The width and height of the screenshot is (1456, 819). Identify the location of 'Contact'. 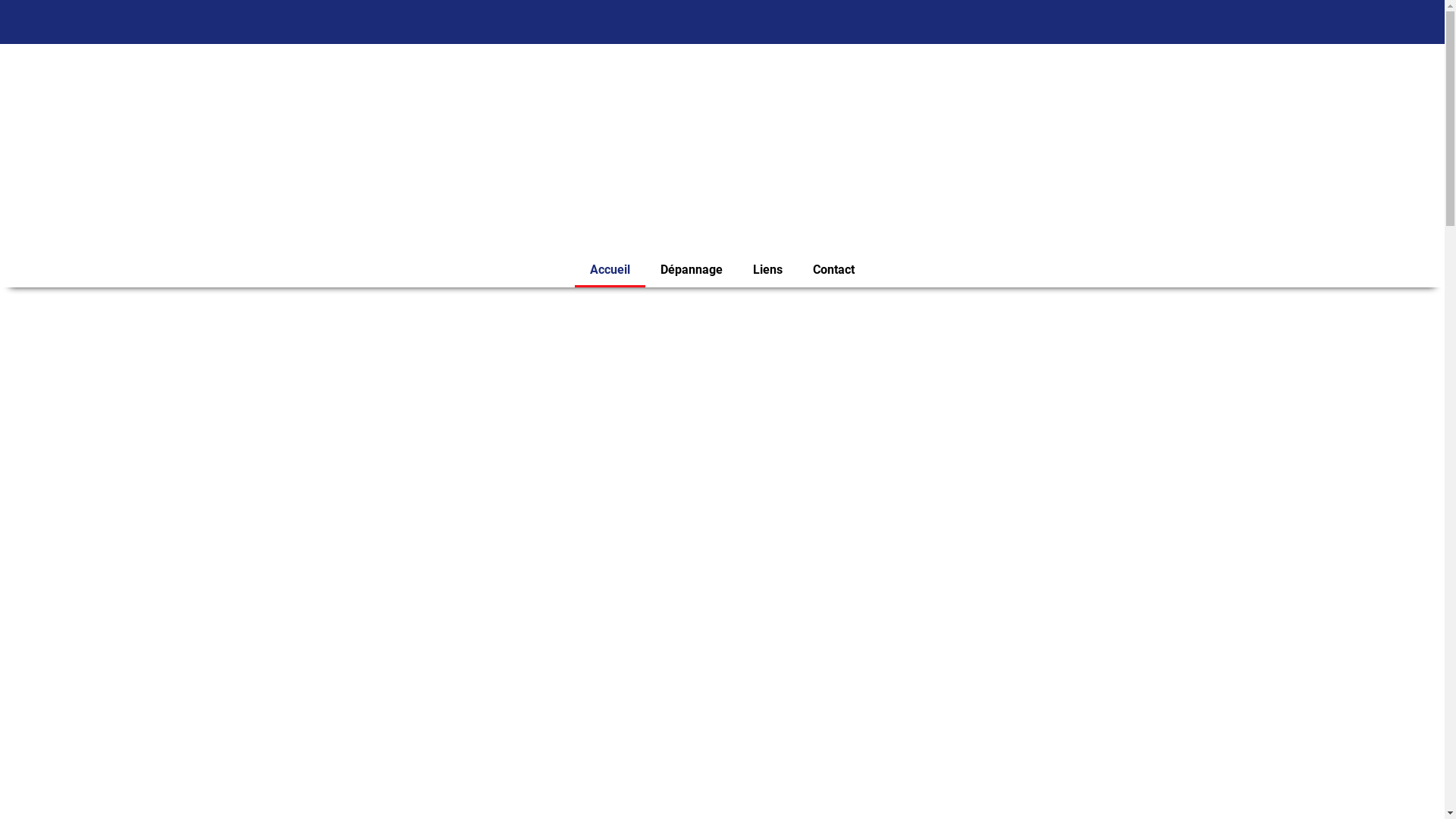
(833, 268).